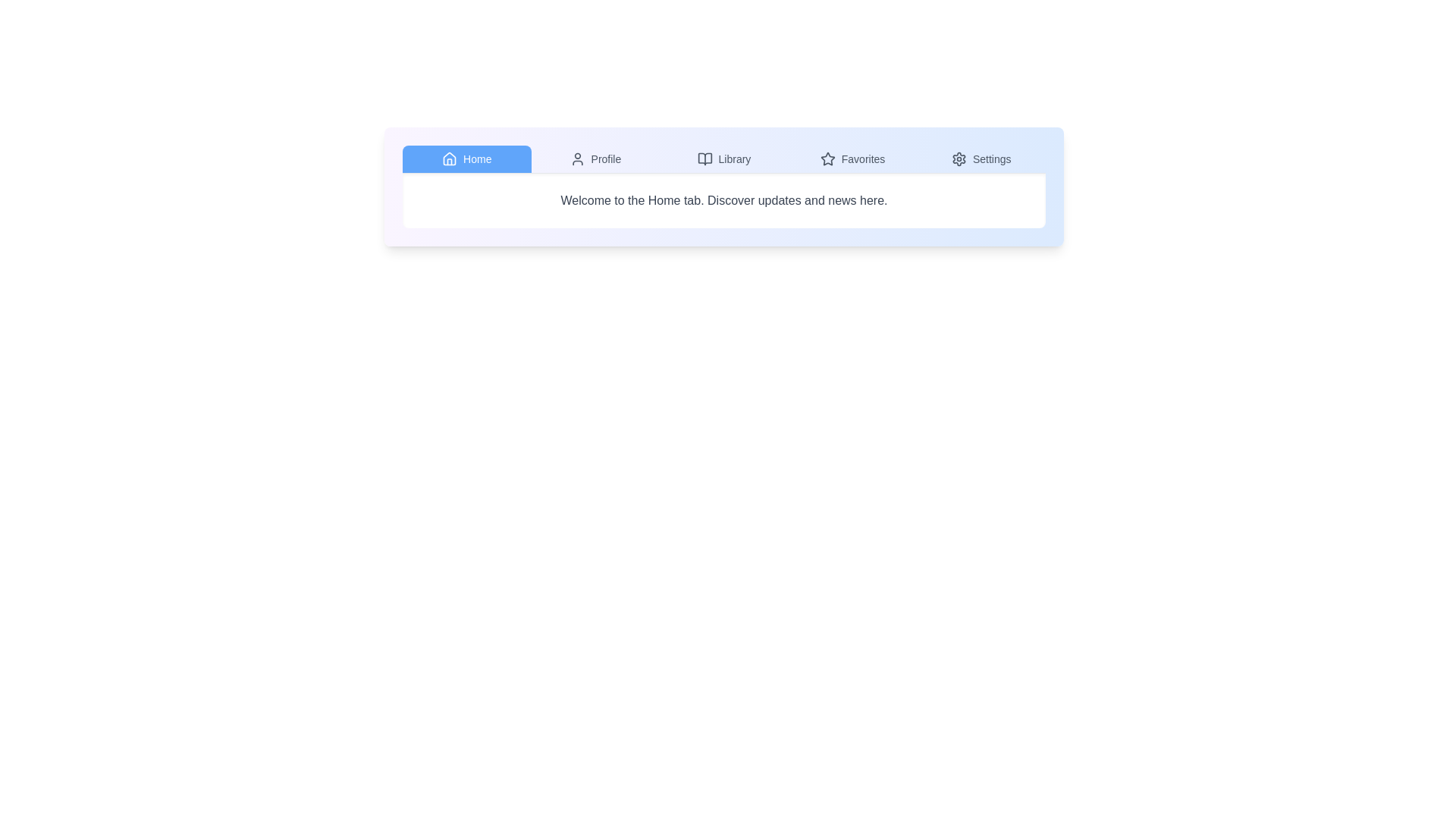 The width and height of the screenshot is (1456, 819). What do you see at coordinates (958, 158) in the screenshot?
I see `the SVG graphical element representing 'Settings' located at the far-right position in the top navigation bar, adjacent to the label 'Settings'` at bounding box center [958, 158].